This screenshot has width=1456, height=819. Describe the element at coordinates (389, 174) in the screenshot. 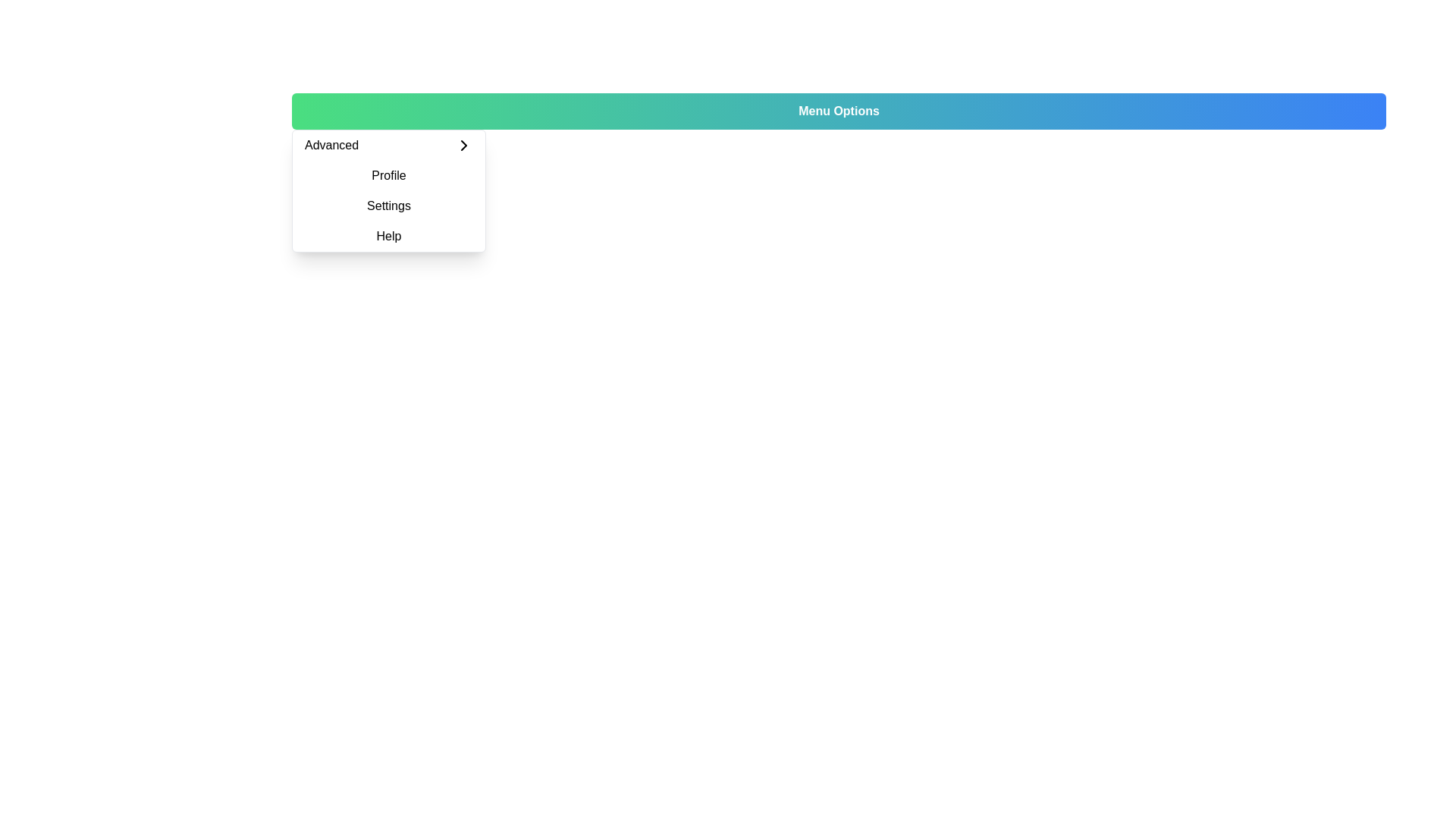

I see `the 'Profile' menu option, which is the second item in the vertical menu list, positioned between 'Advanced' and 'Settings'` at that location.